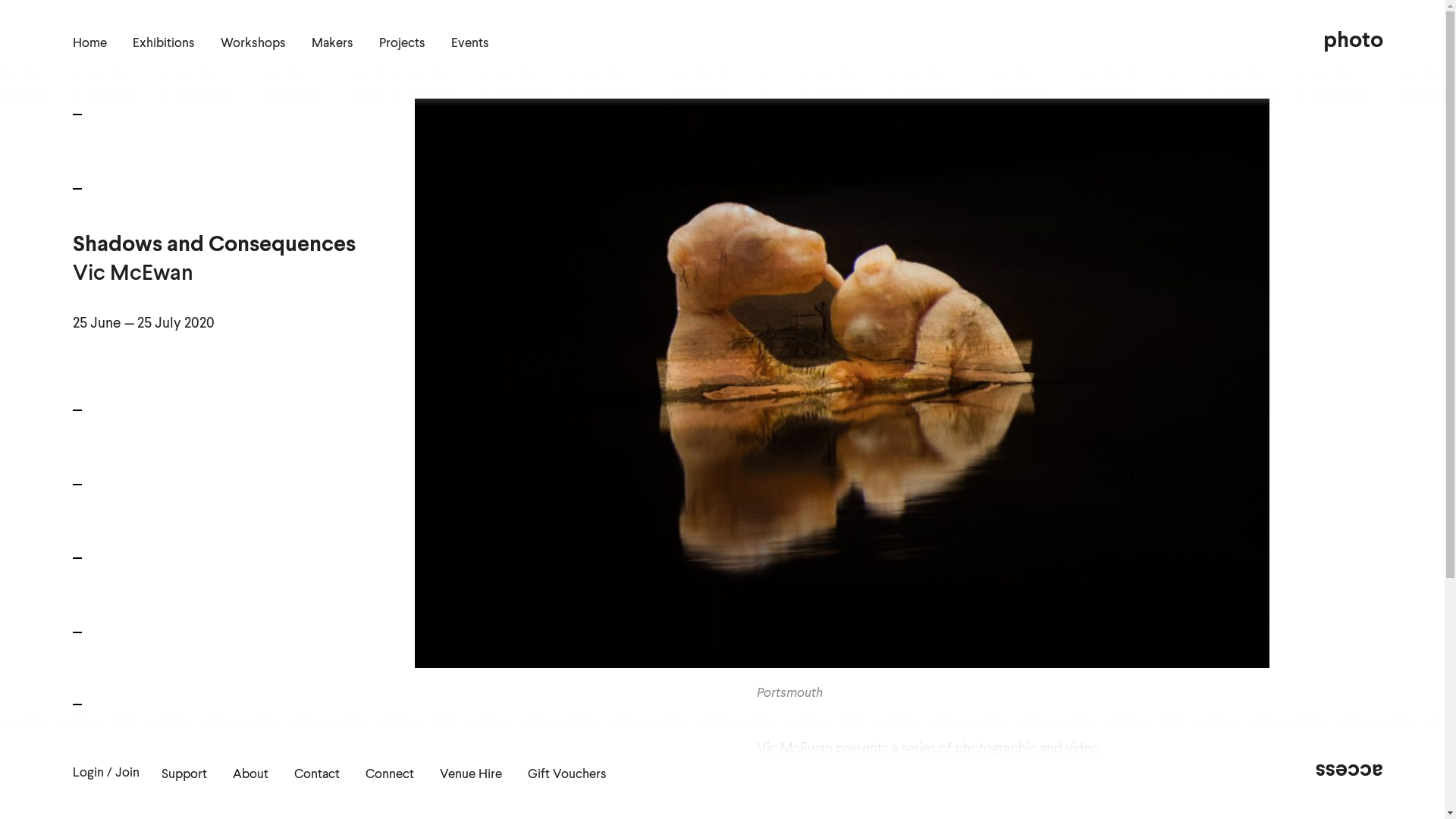  Describe the element at coordinates (253, 42) in the screenshot. I see `'Workshops'` at that location.